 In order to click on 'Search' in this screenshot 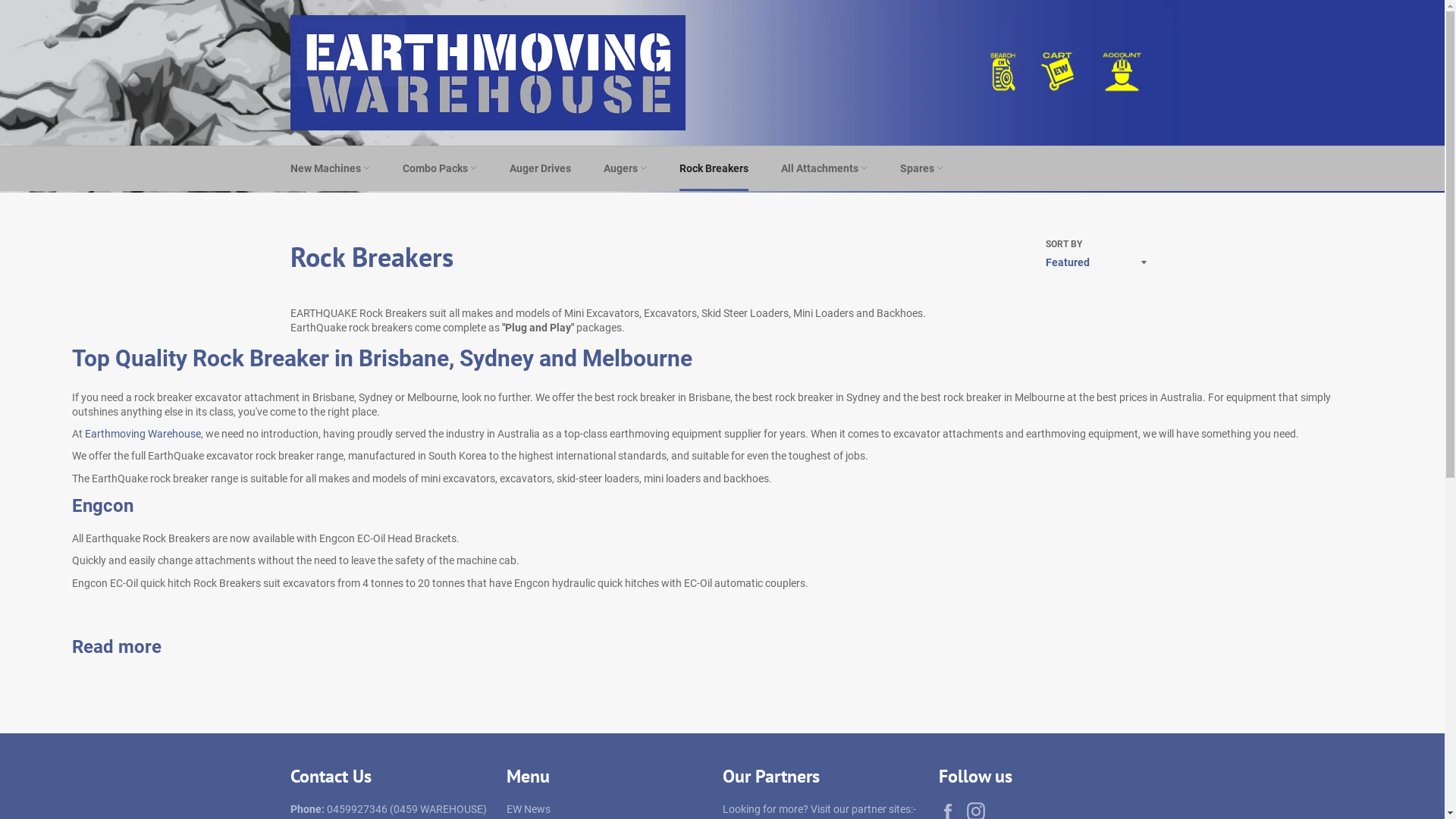, I will do `click(1000, 73)`.